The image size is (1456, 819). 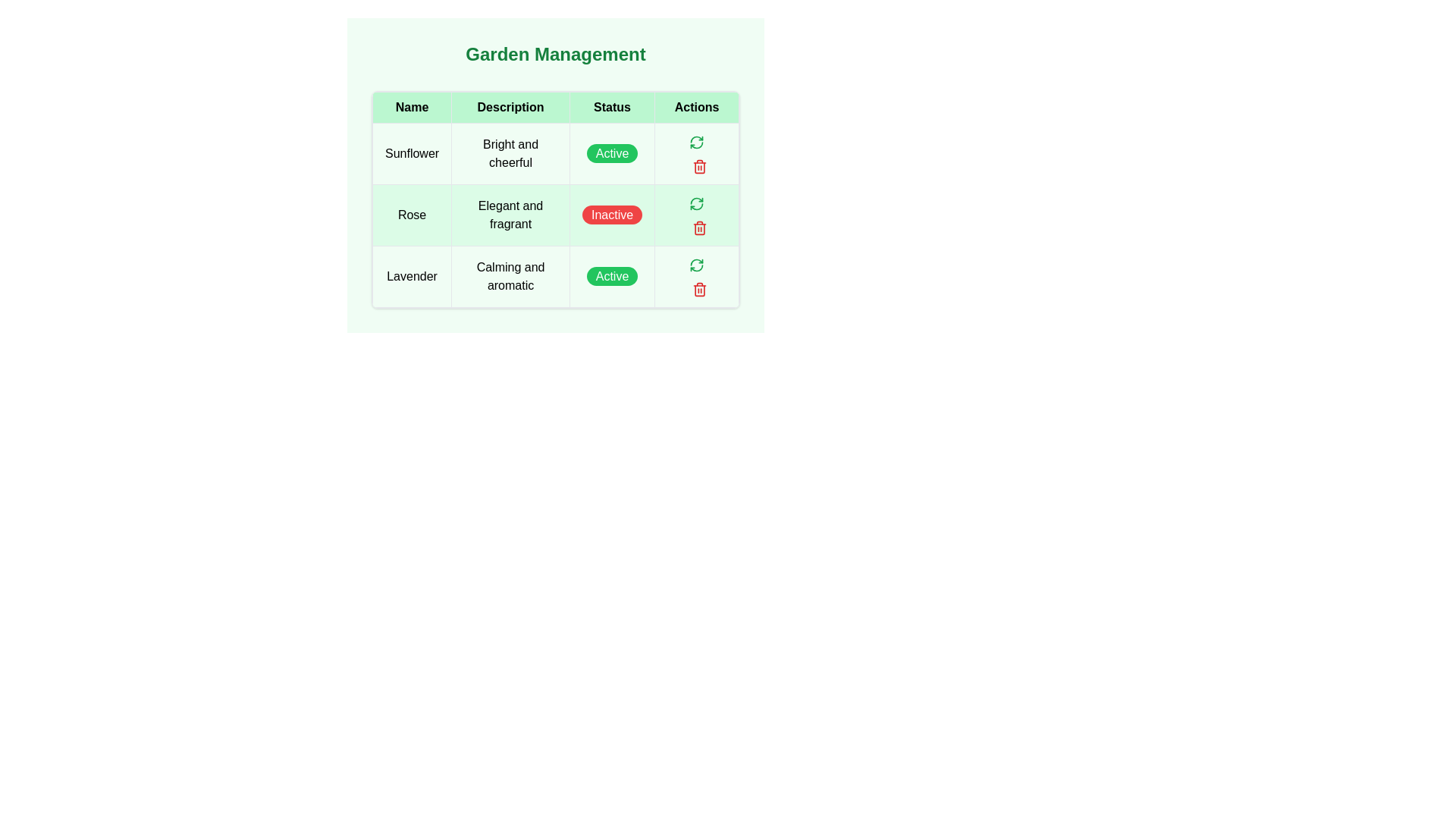 What do you see at coordinates (696, 141) in the screenshot?
I see `the circular green refresh button located in the 'Actions' column of the first row of the table` at bounding box center [696, 141].